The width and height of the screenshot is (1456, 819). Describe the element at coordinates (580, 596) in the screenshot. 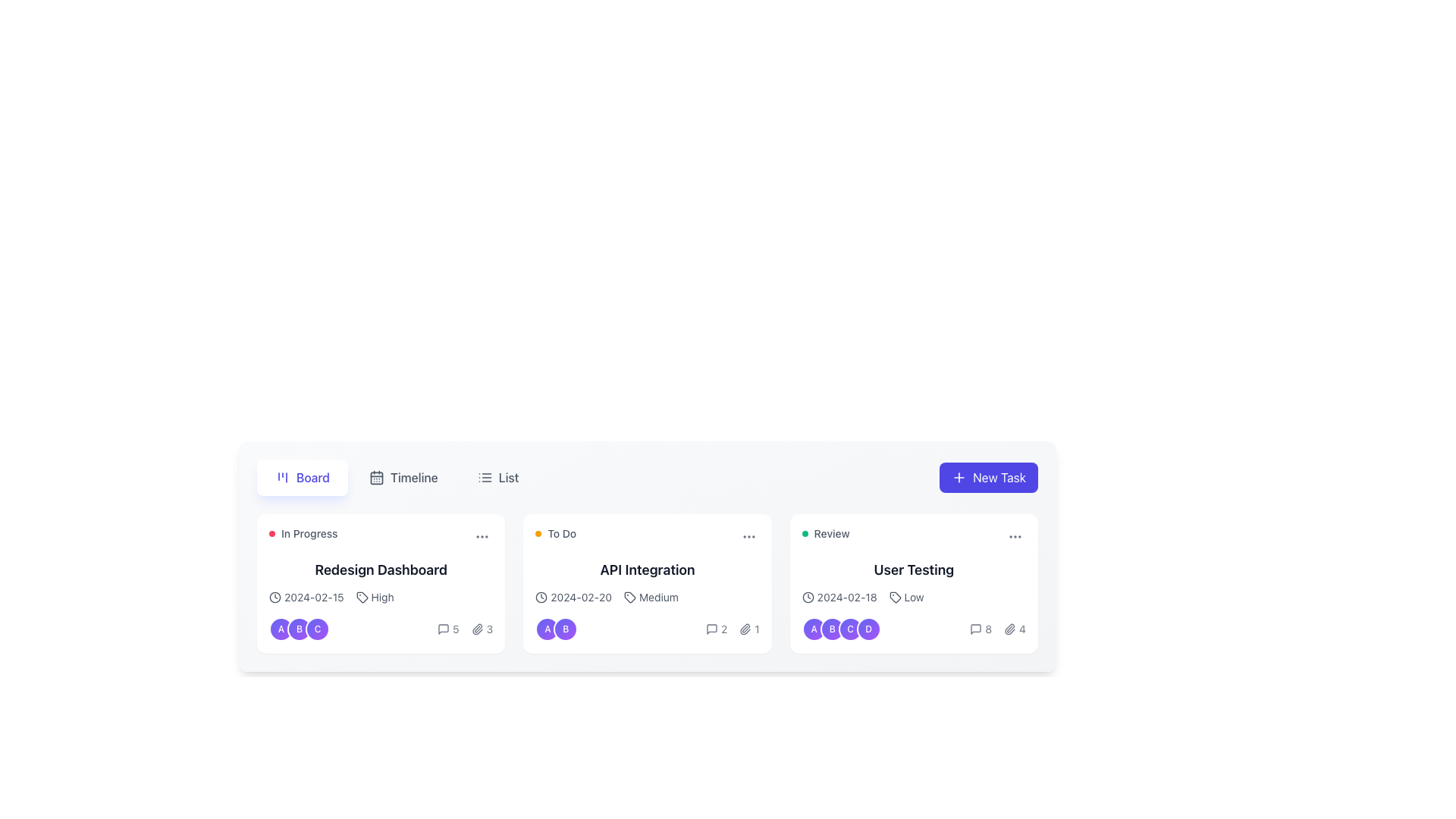

I see `the text label representing the date within the 'API Integration' card under the 'To Do' category, located below the task title and to the right of the clock icon` at that location.